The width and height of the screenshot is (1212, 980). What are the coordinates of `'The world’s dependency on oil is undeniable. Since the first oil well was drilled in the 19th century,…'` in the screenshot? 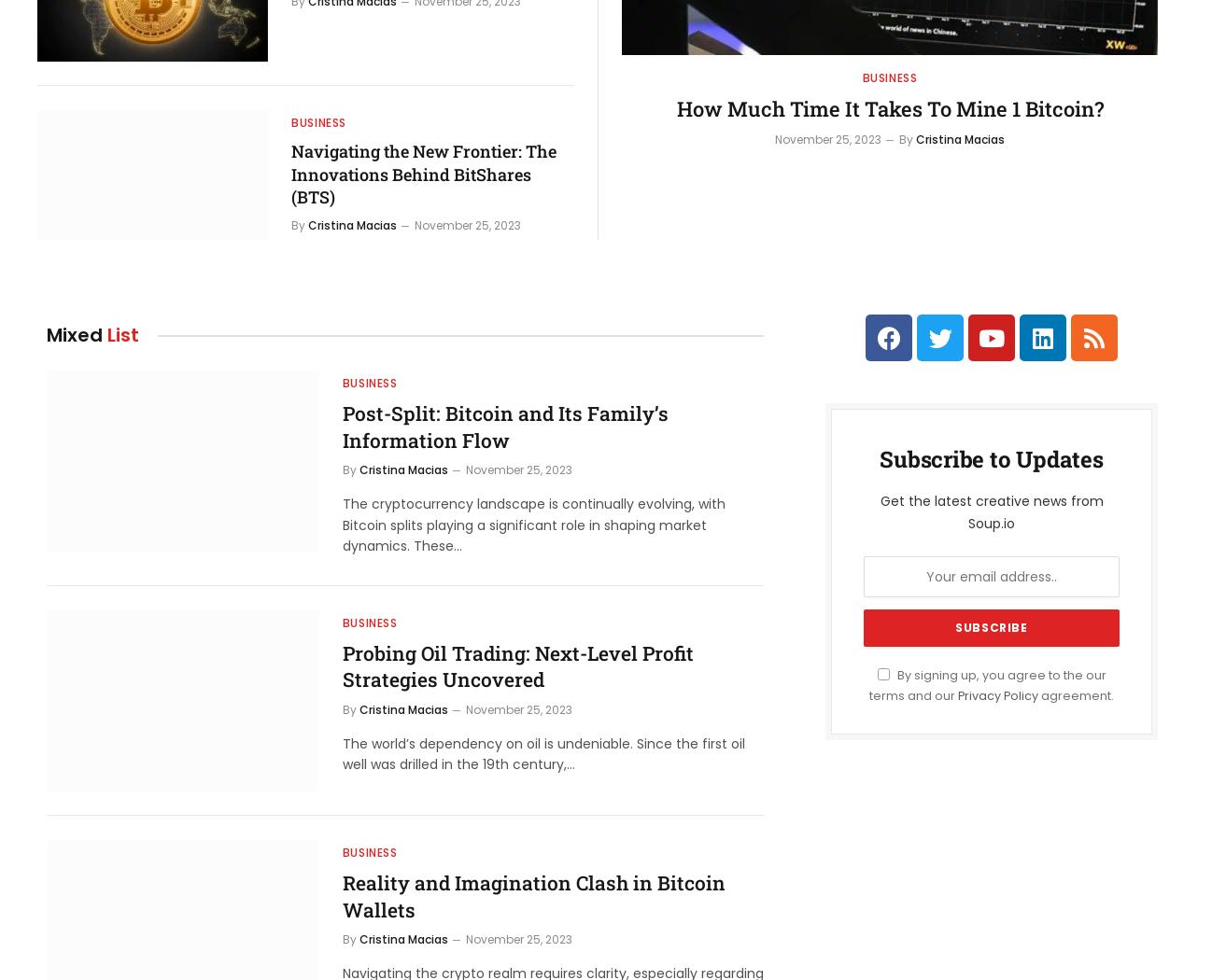 It's located at (342, 752).